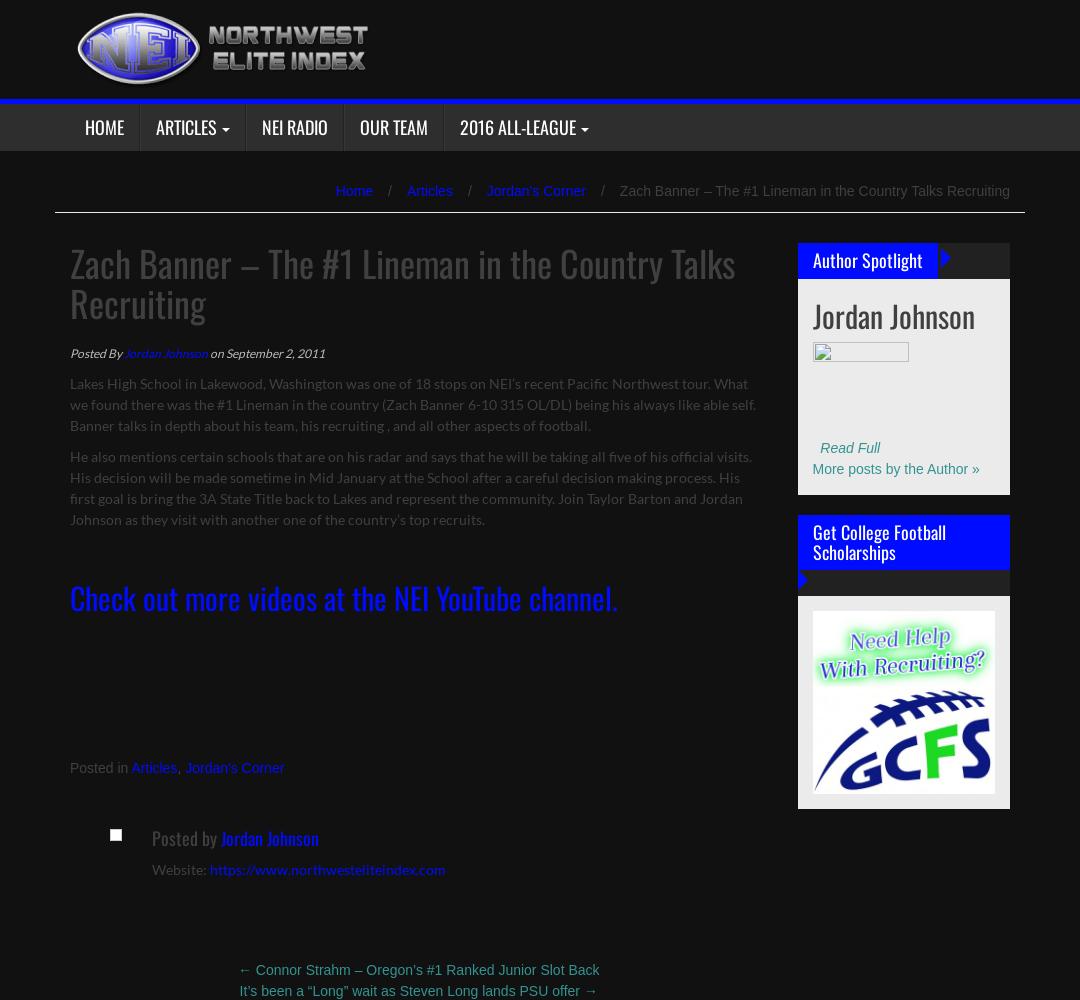  What do you see at coordinates (866, 260) in the screenshot?
I see `'Author Spotlight'` at bounding box center [866, 260].